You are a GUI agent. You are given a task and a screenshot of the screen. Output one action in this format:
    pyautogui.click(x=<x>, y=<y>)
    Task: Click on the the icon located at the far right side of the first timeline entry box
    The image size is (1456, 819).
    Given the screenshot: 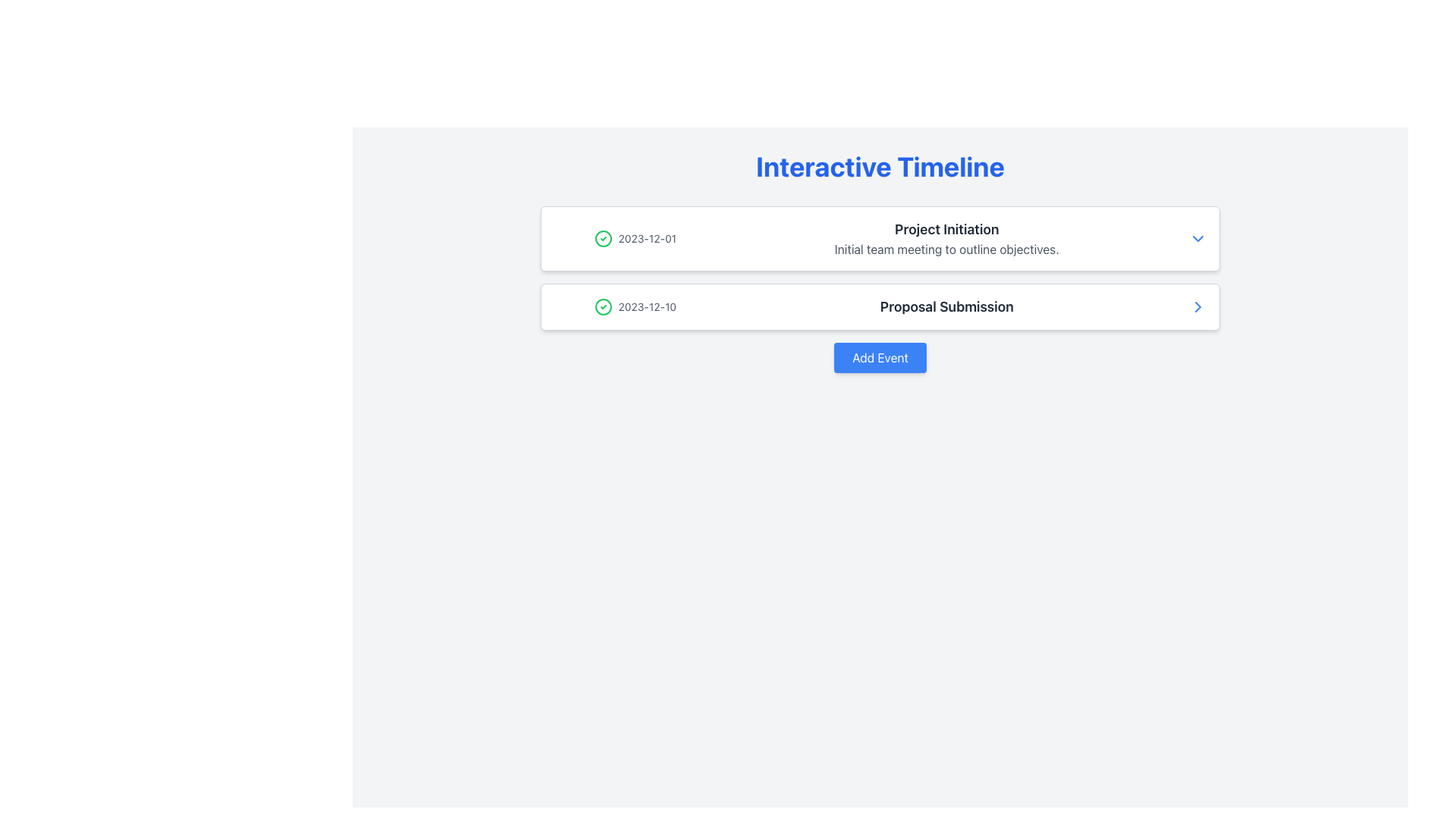 What is the action you would take?
    pyautogui.click(x=1197, y=239)
    